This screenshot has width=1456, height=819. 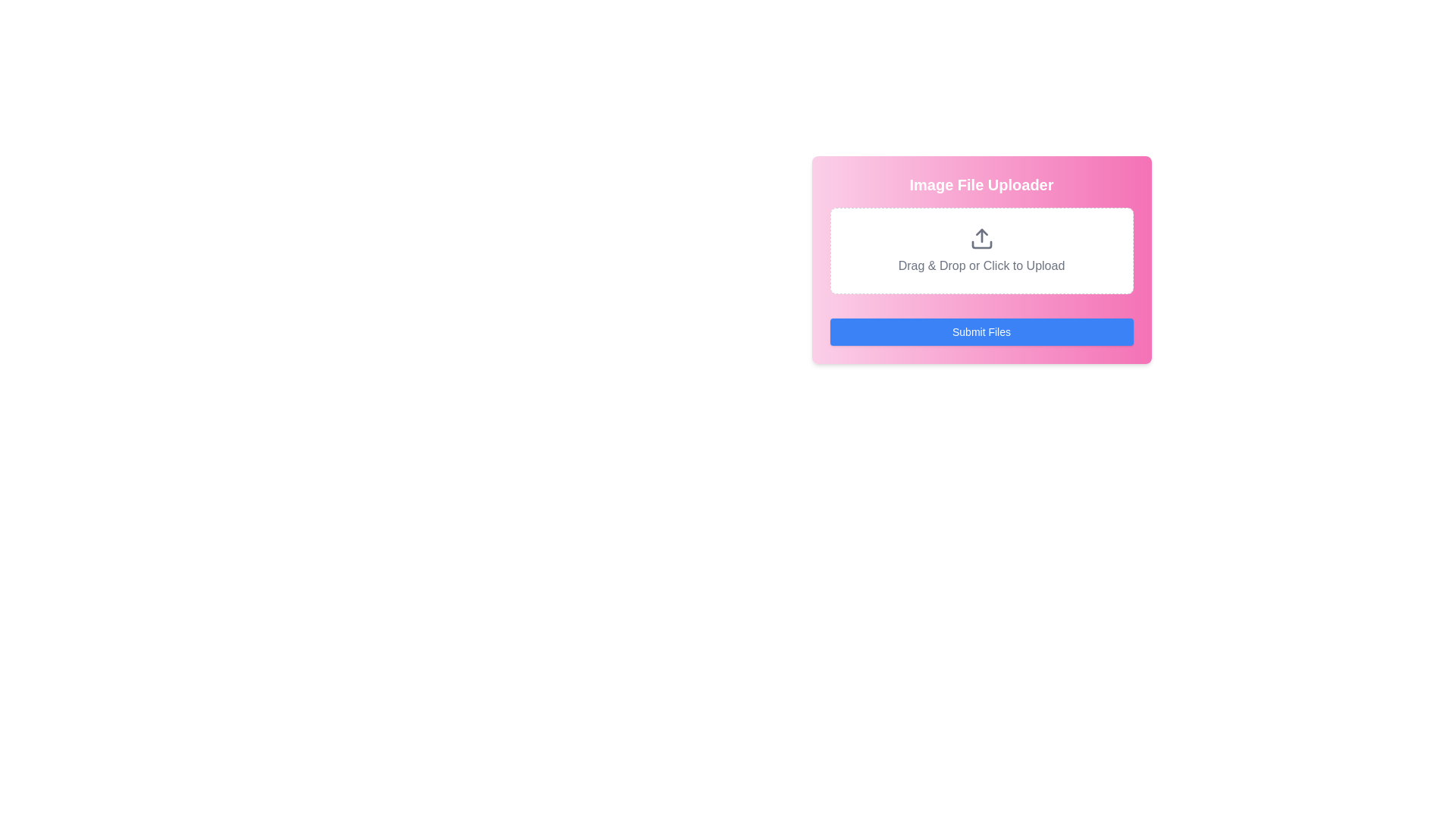 I want to click on the submission button located below the 'Drag & Drop or Click to Upload' label, so click(x=981, y=331).